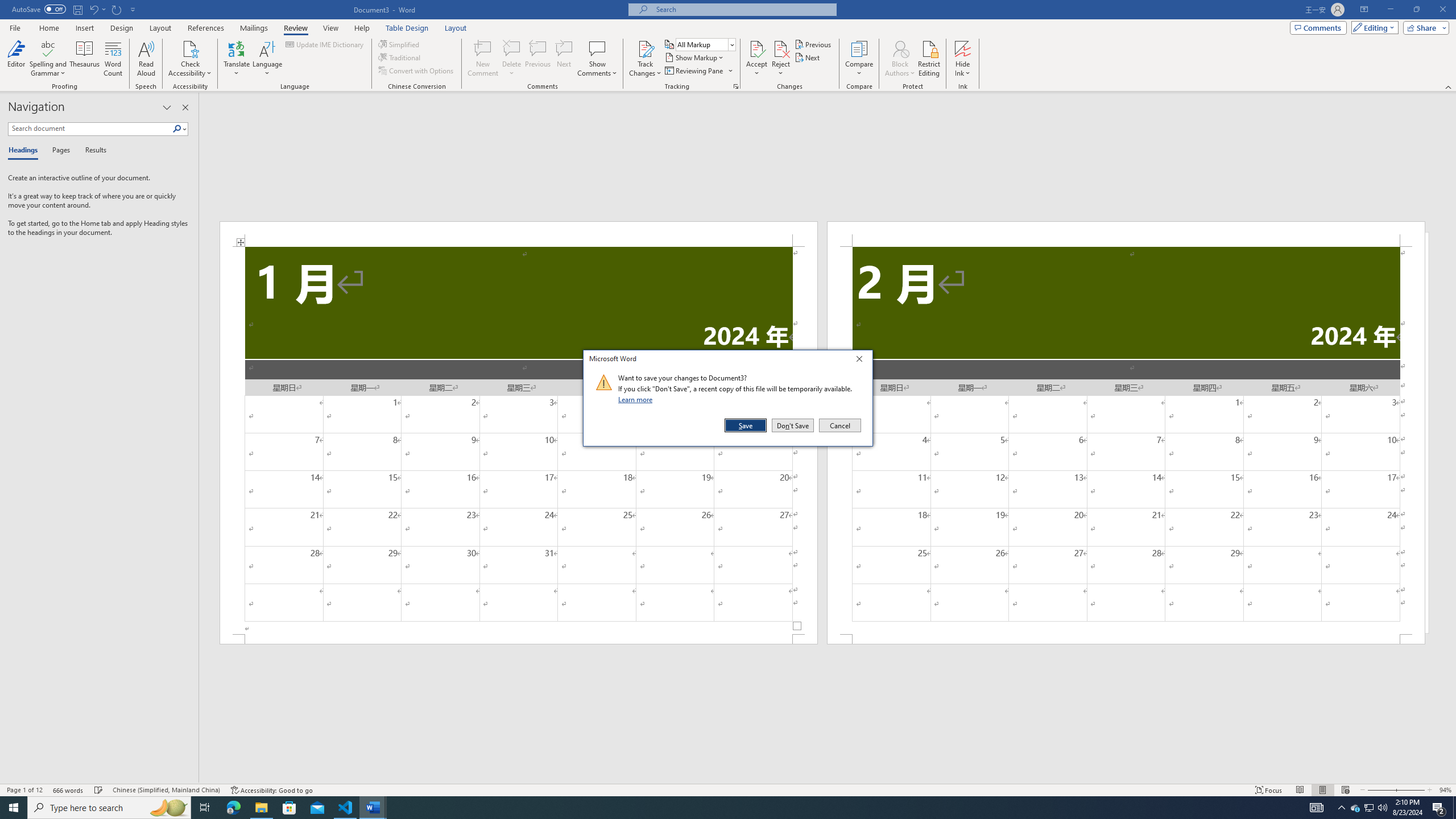 The width and height of the screenshot is (1456, 819). What do you see at coordinates (900, 59) in the screenshot?
I see `'Block Authors'` at bounding box center [900, 59].